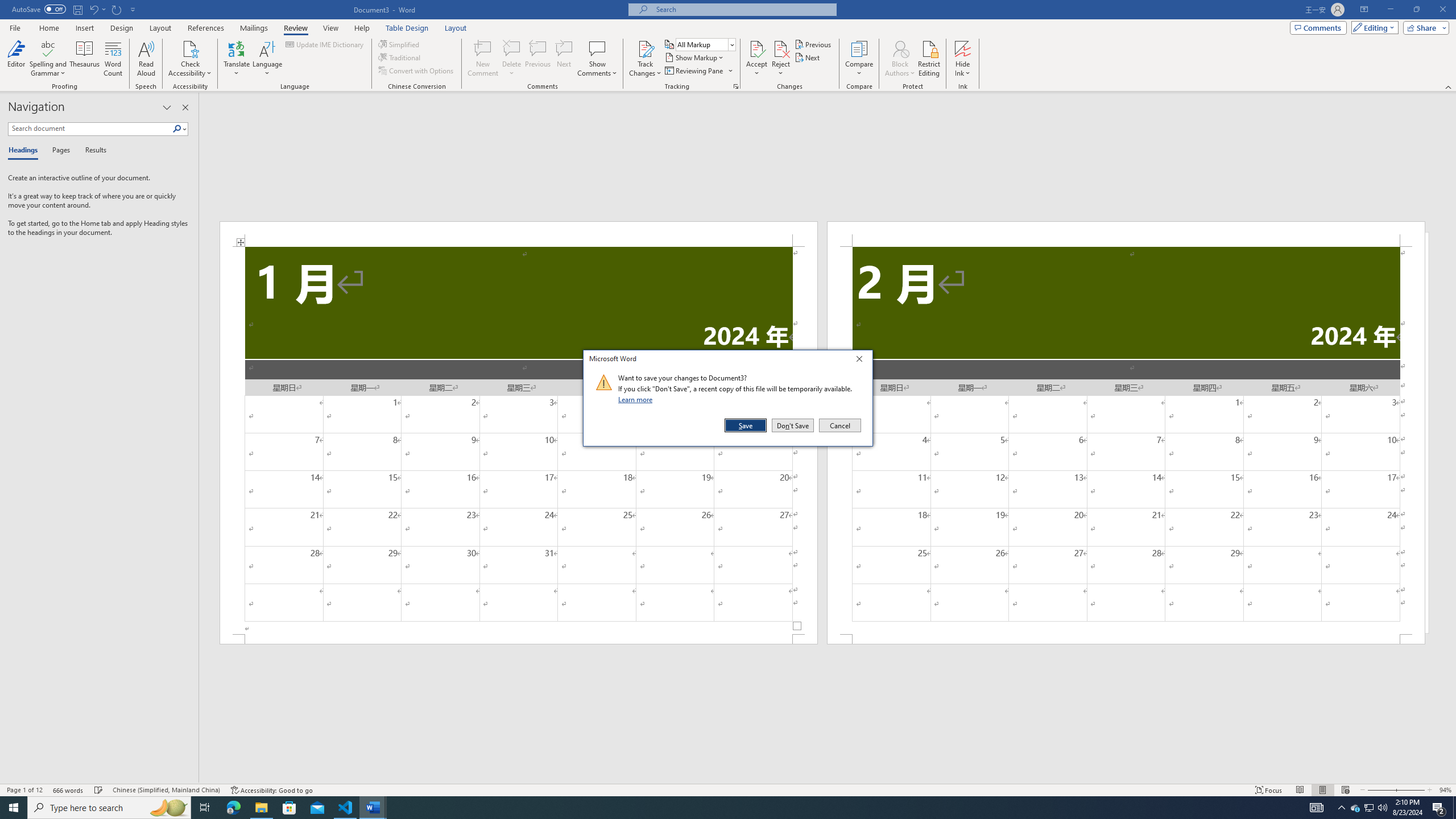 The width and height of the screenshot is (1456, 819). What do you see at coordinates (900, 59) in the screenshot?
I see `'Block Authors'` at bounding box center [900, 59].